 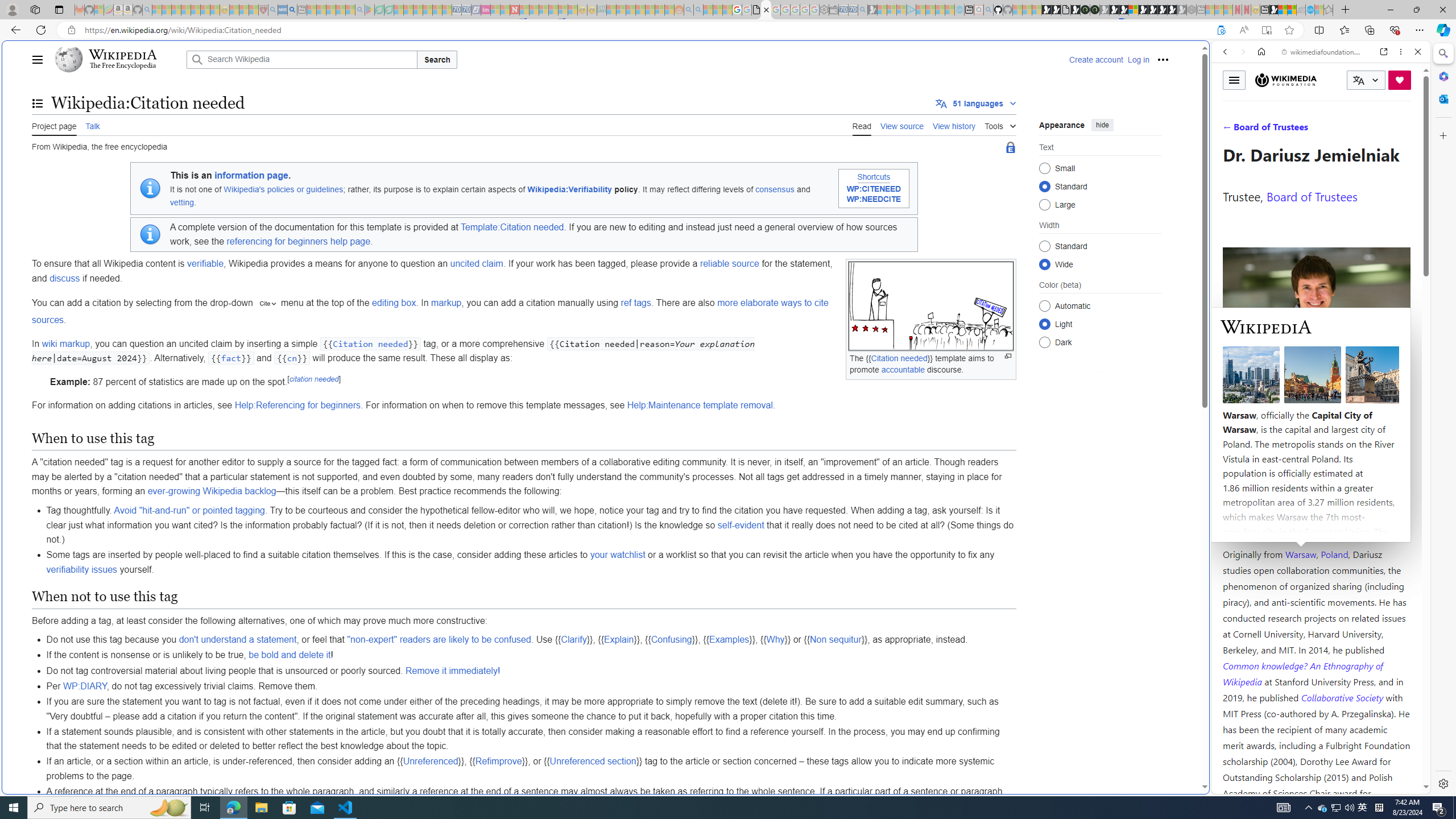 What do you see at coordinates (292, 358) in the screenshot?
I see `'cn'` at bounding box center [292, 358].